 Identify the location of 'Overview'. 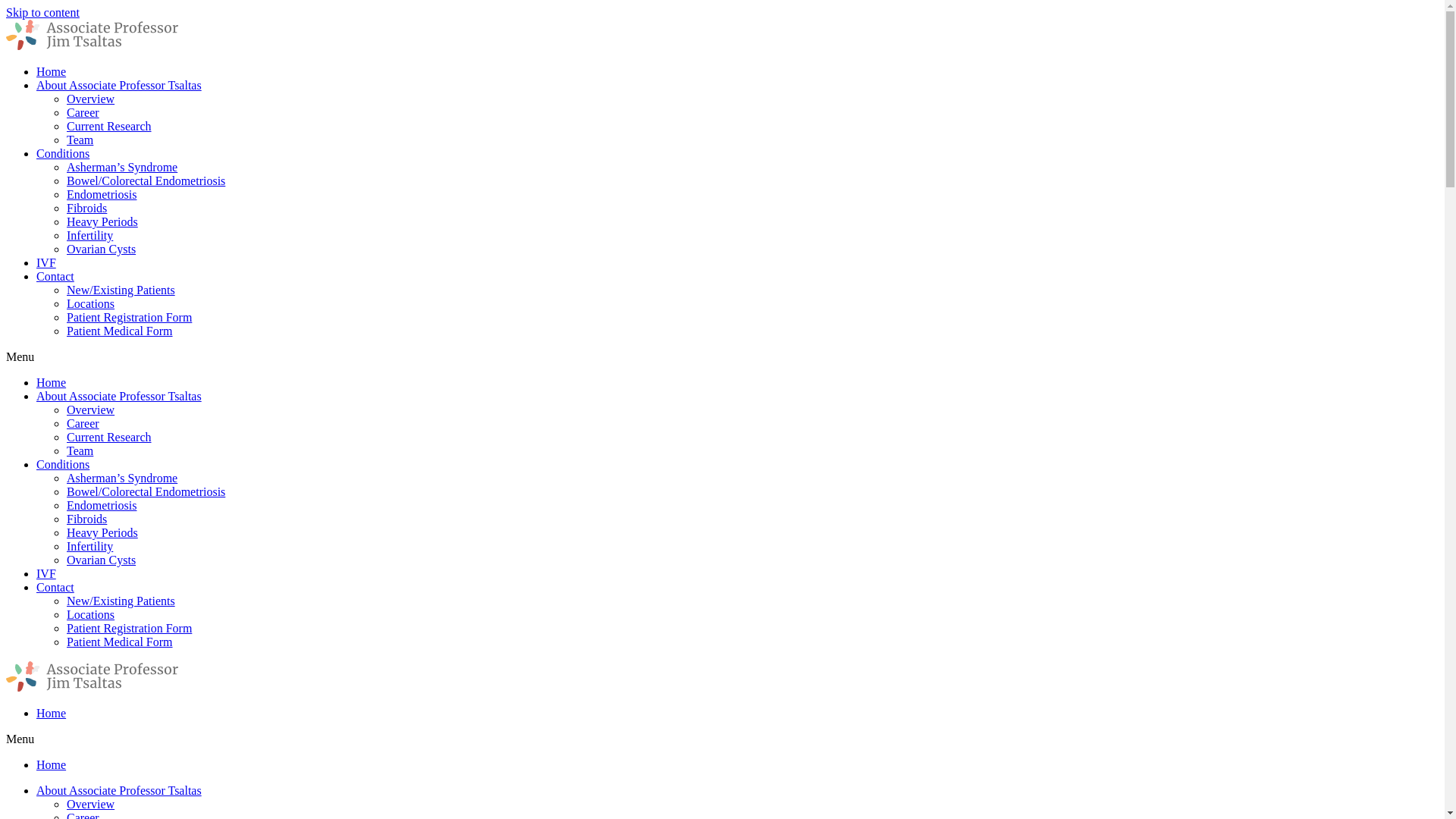
(65, 409).